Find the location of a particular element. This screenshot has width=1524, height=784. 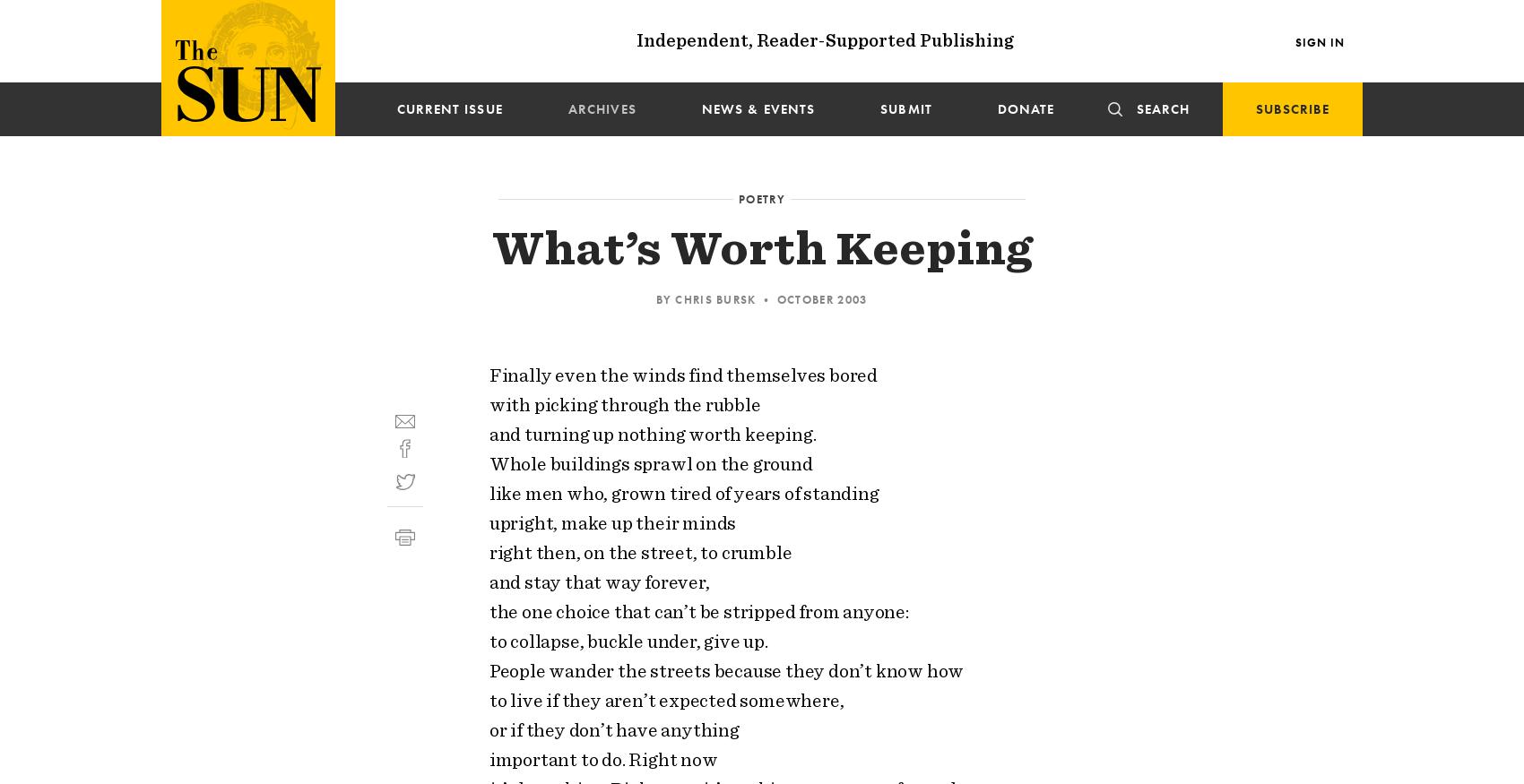

'Current issue' is located at coordinates (448, 108).